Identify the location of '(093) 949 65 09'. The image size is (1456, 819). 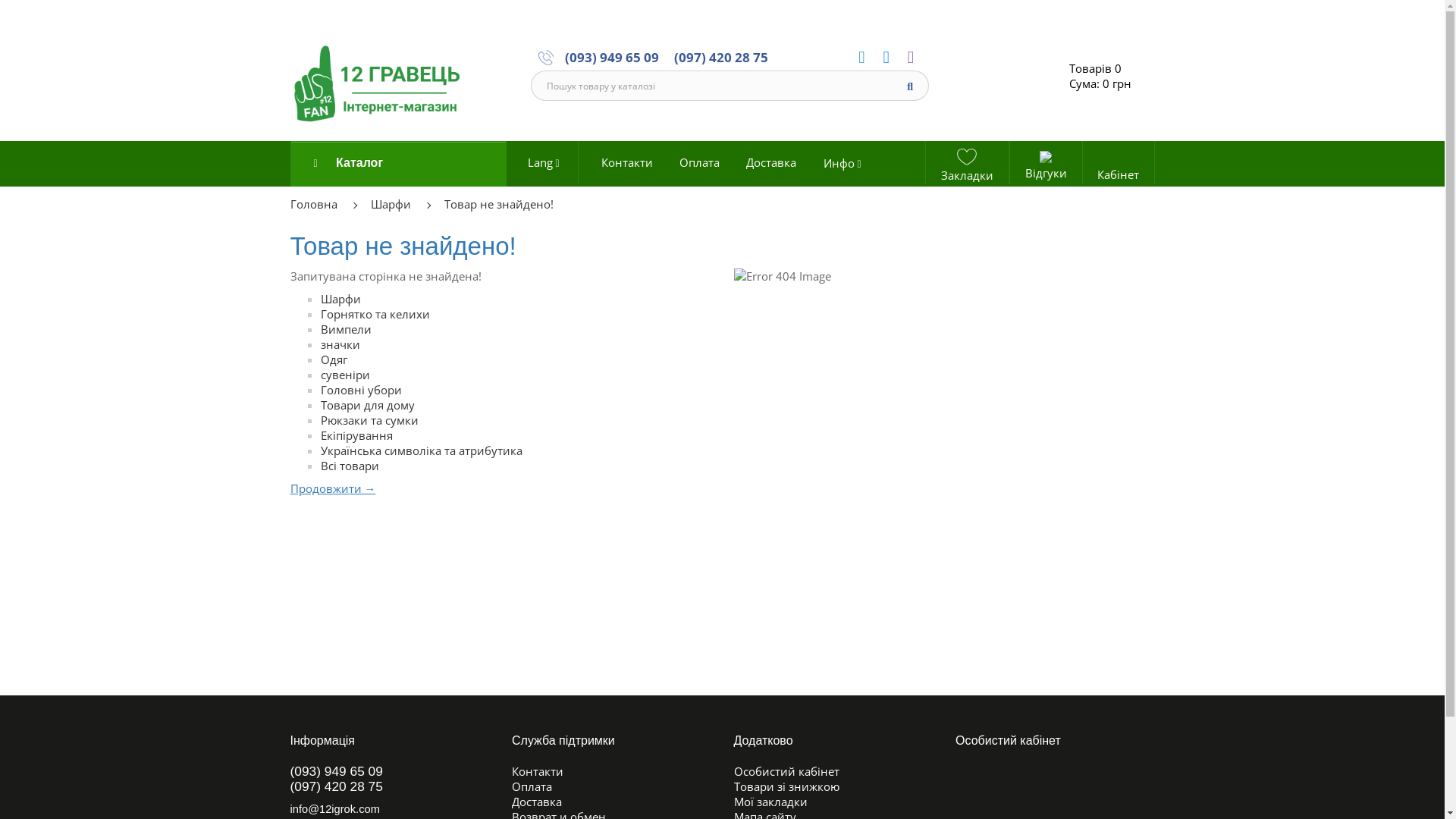
(611, 55).